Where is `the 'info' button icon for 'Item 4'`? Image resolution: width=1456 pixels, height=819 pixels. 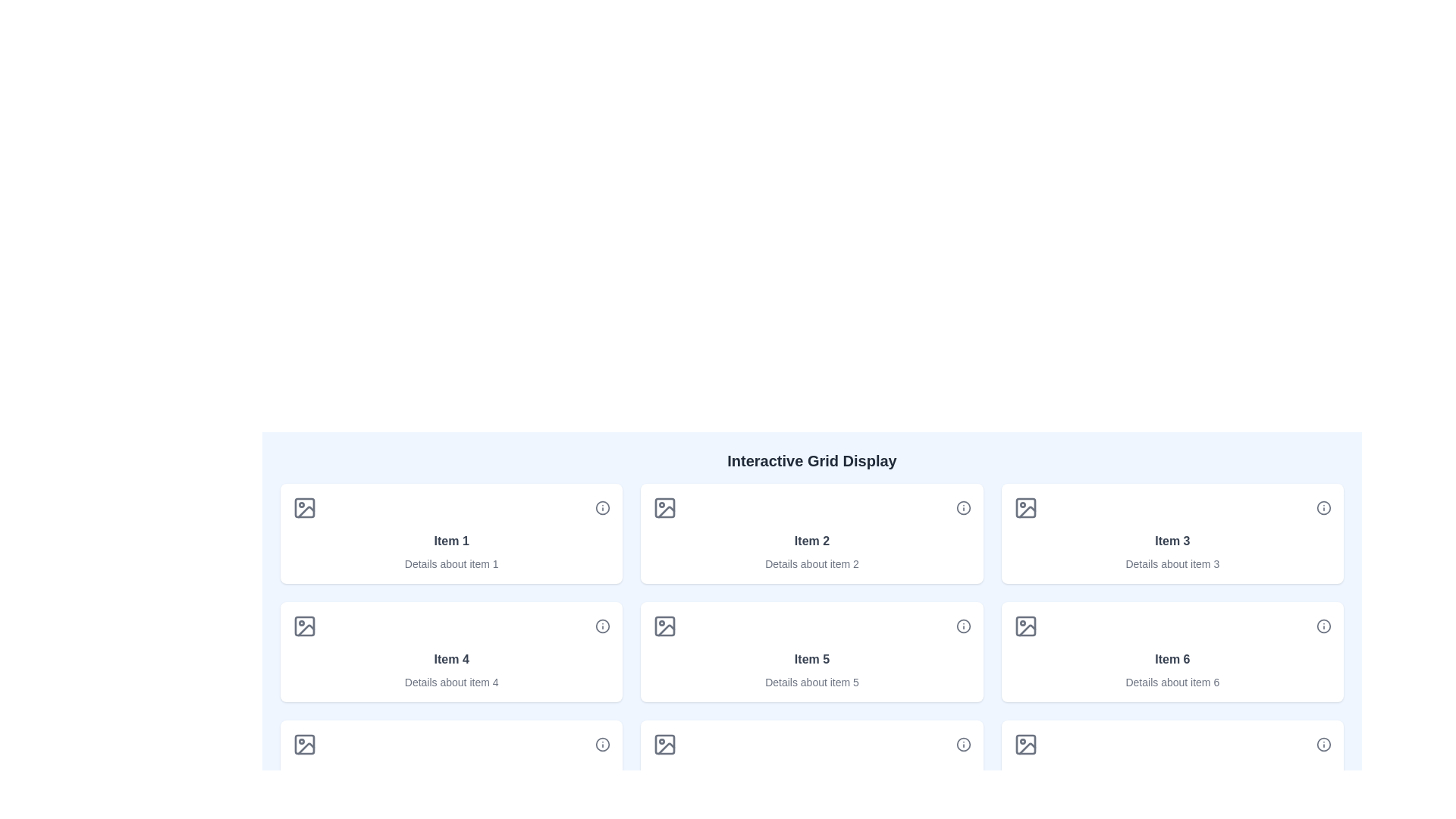 the 'info' button icon for 'Item 4' is located at coordinates (602, 626).